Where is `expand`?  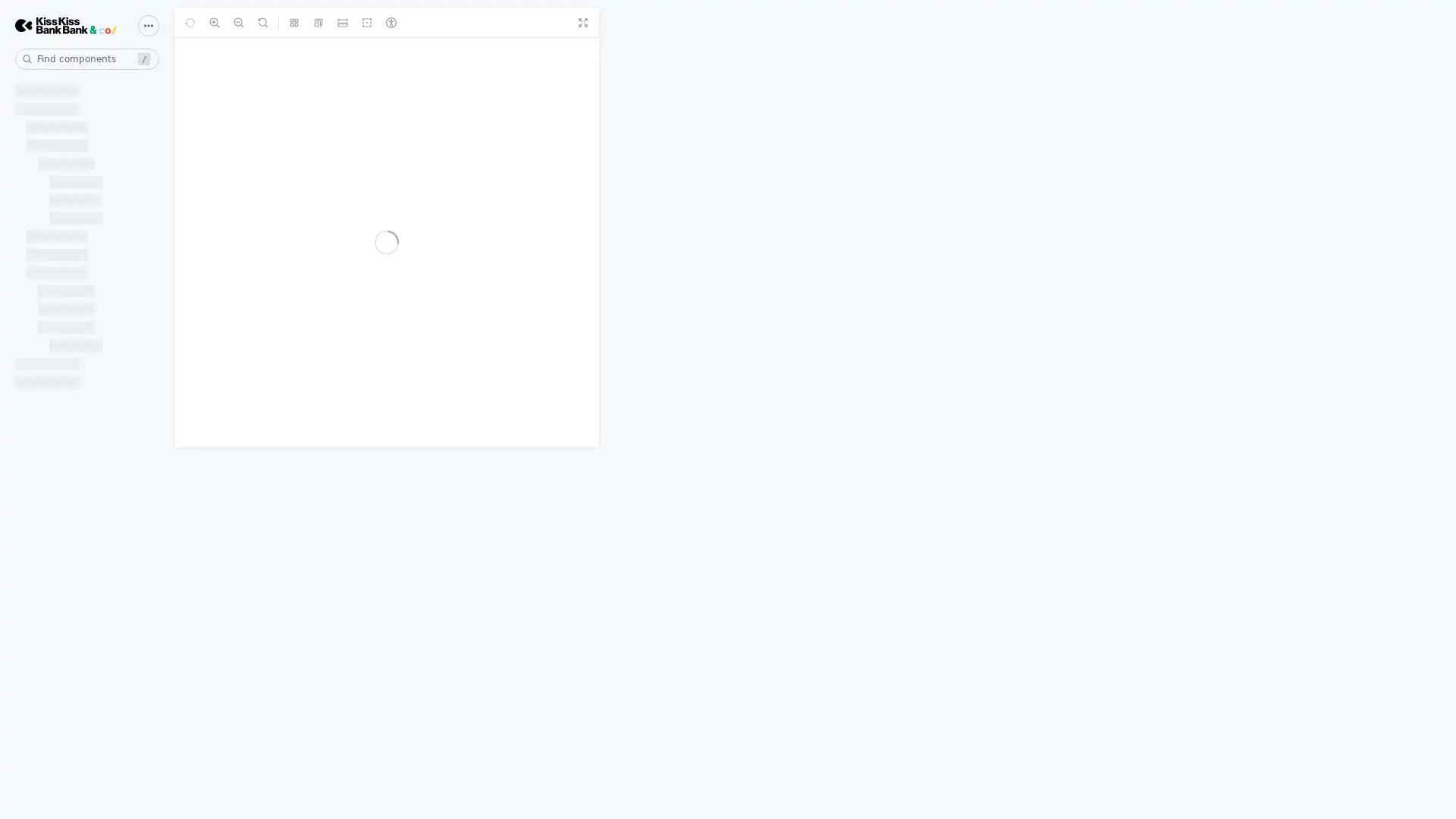
expand is located at coordinates (152, 666).